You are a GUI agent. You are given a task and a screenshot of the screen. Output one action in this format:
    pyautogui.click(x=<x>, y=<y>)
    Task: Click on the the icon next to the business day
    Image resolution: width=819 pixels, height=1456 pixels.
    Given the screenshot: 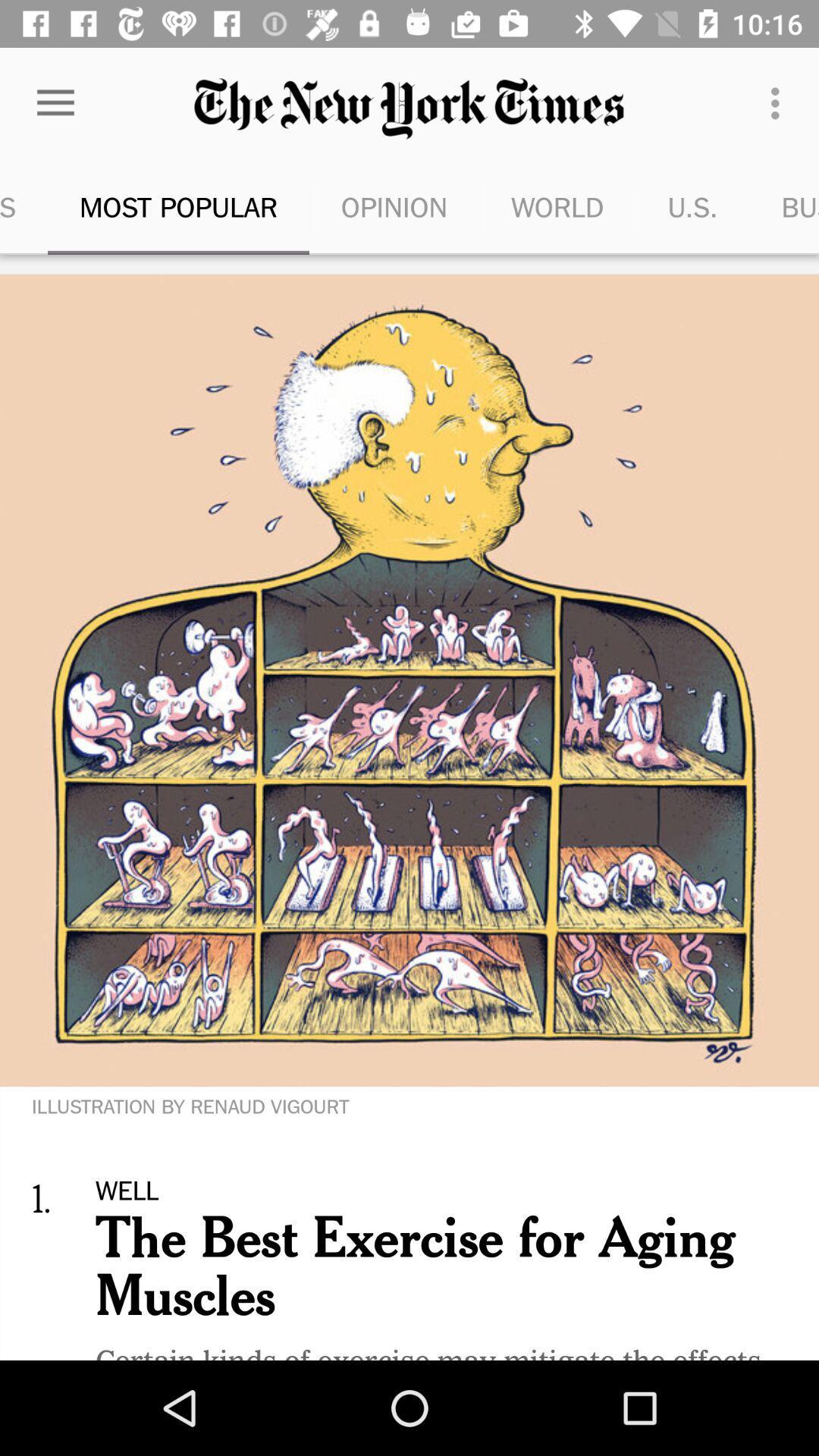 What is the action you would take?
    pyautogui.click(x=692, y=206)
    